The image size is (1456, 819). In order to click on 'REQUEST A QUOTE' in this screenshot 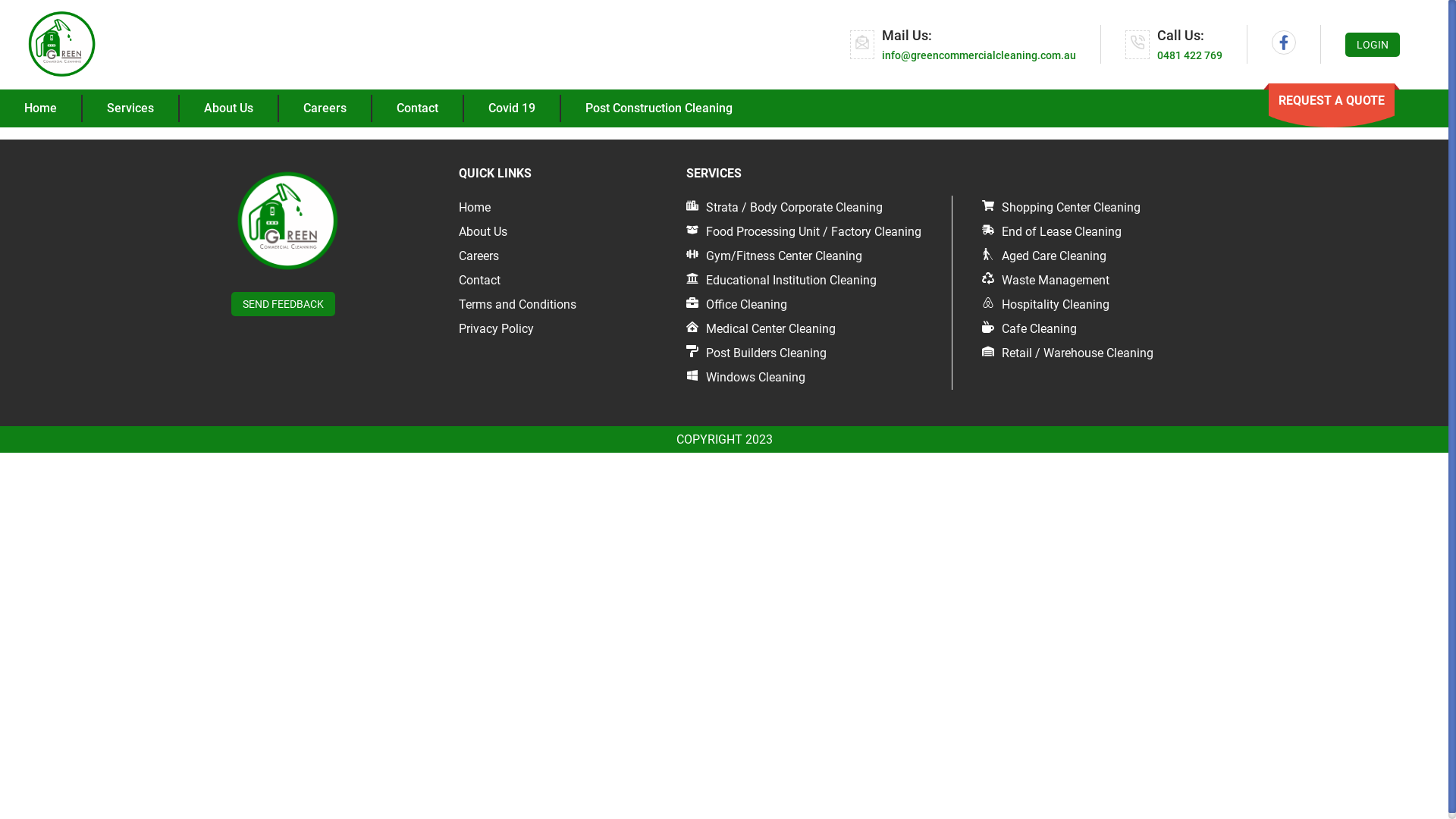, I will do `click(1331, 100)`.